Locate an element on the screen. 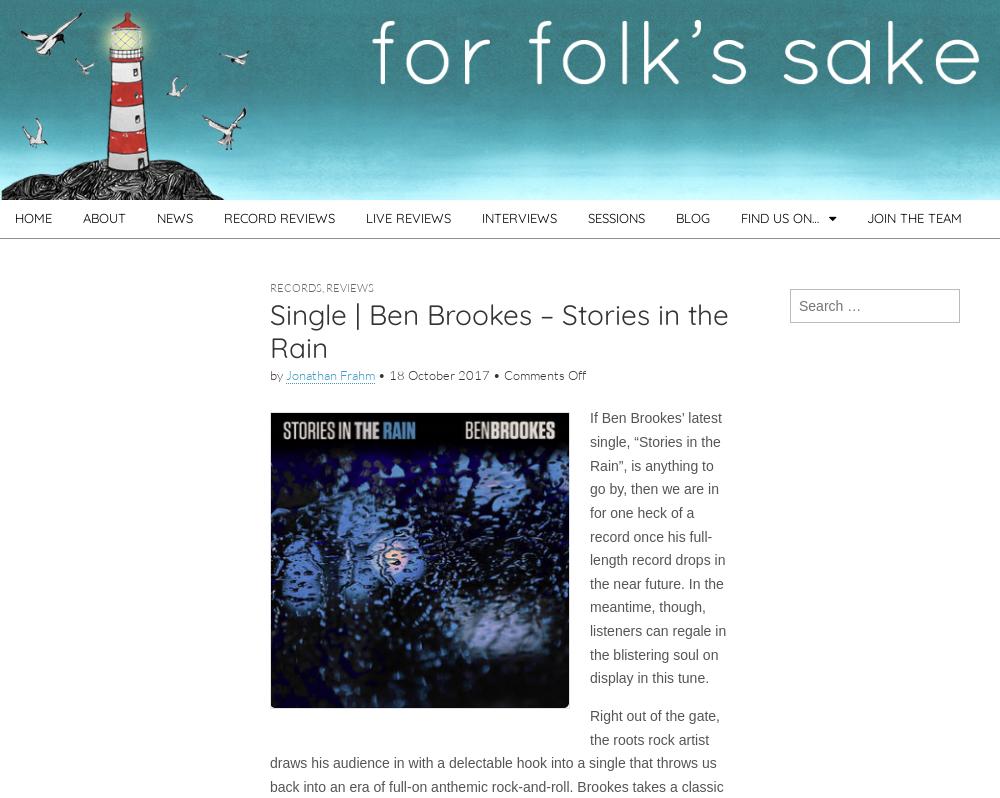 The image size is (1000, 798). 'Single | Ben Brookes – Stories in the Rain' is located at coordinates (498, 330).